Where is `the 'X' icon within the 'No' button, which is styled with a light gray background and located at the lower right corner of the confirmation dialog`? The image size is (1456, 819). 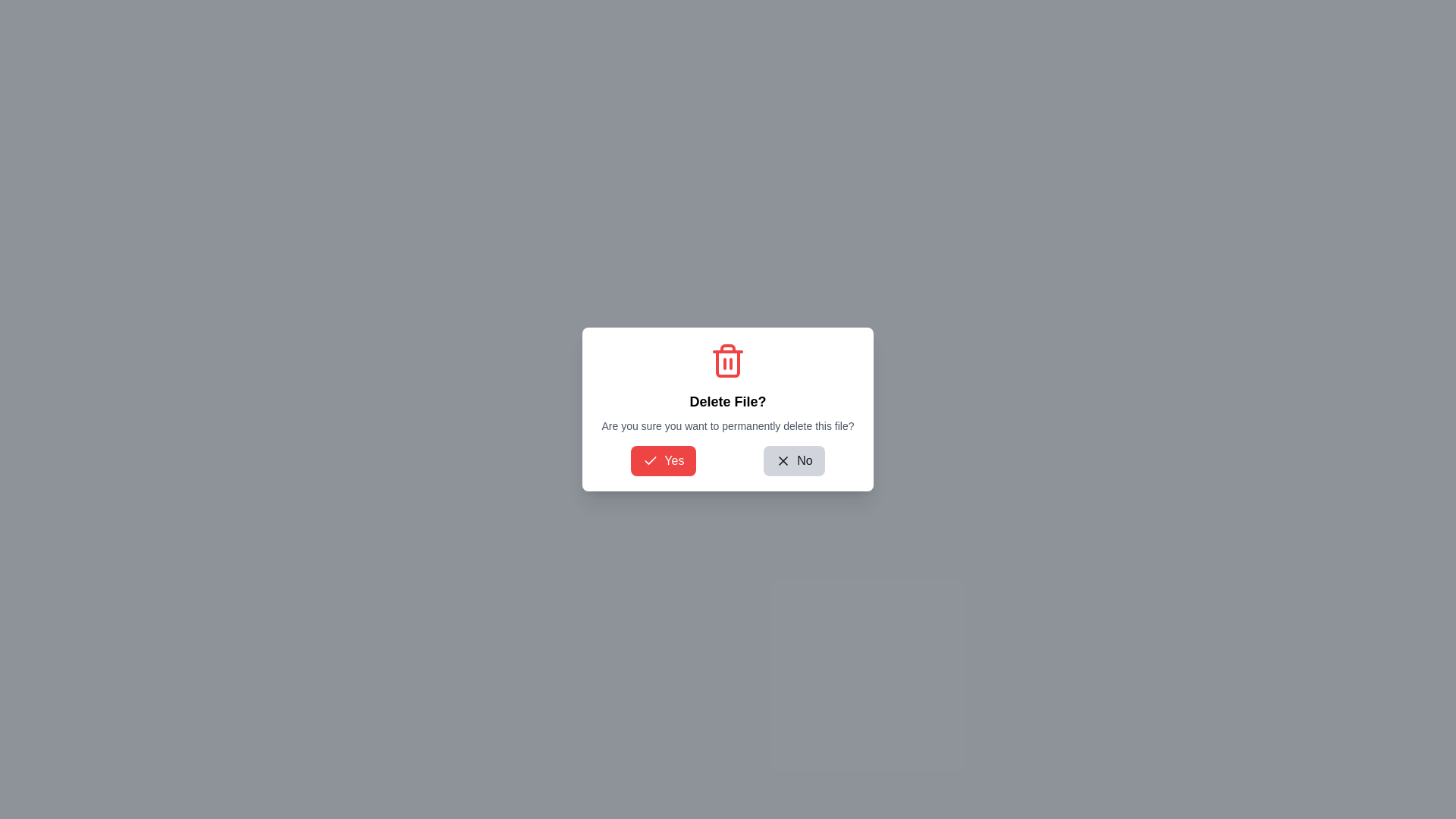 the 'X' icon within the 'No' button, which is styled with a light gray background and located at the lower right corner of the confirmation dialog is located at coordinates (783, 460).